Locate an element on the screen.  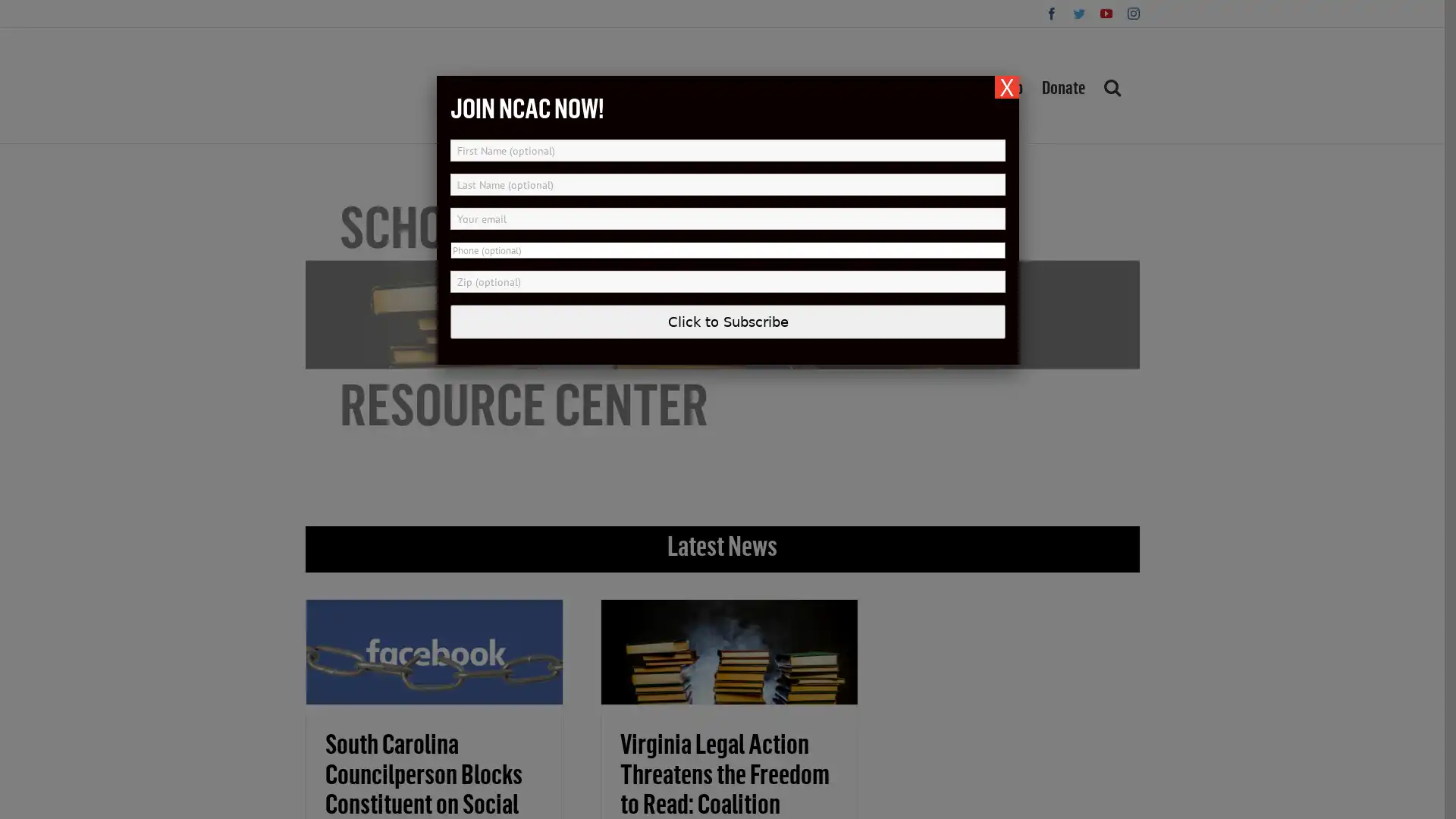
Search is located at coordinates (1111, 85).